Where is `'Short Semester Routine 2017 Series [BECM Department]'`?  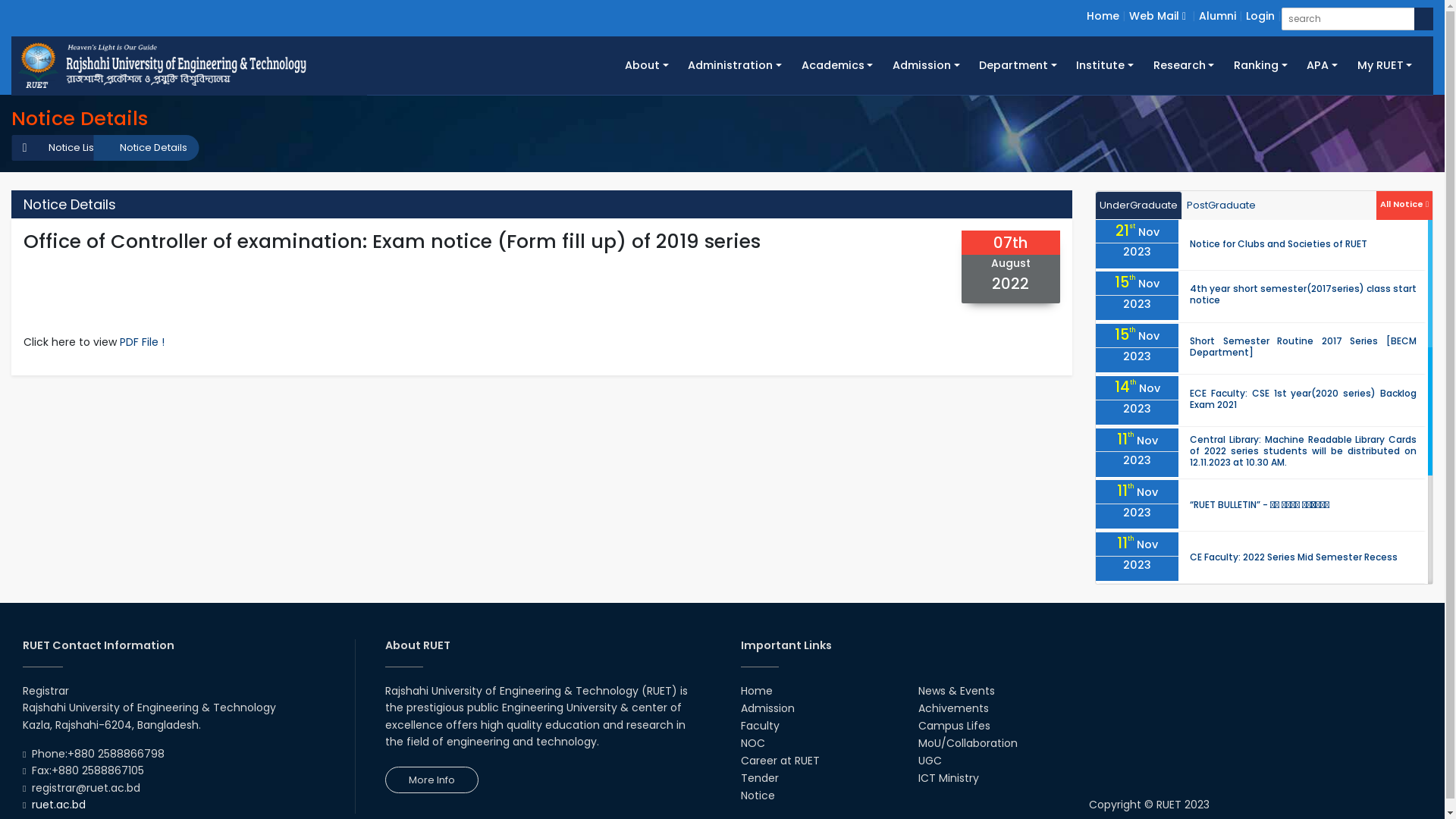 'Short Semester Routine 2017 Series [BECM Department]' is located at coordinates (1302, 346).